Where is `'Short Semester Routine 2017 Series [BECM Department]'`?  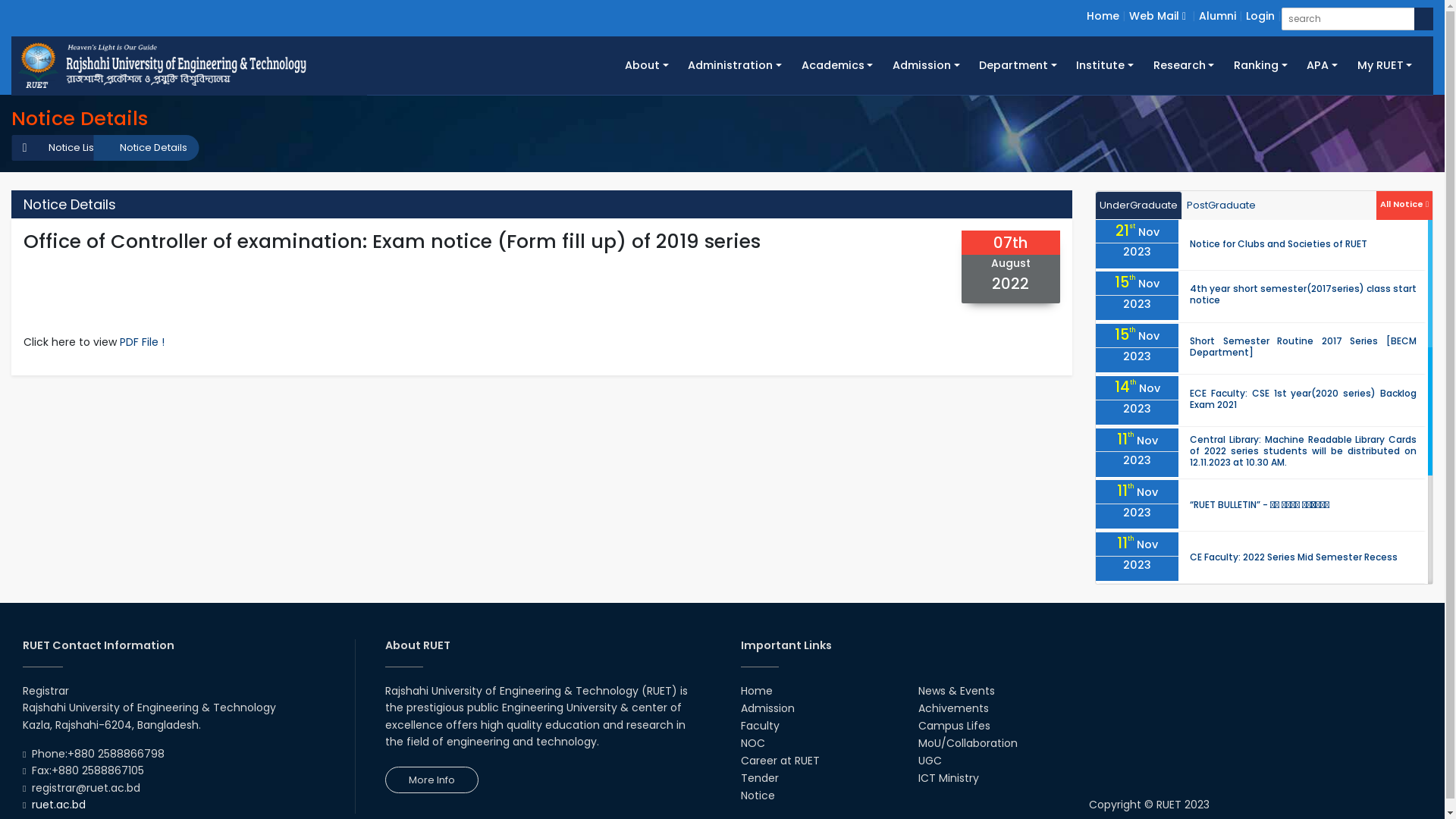 'Short Semester Routine 2017 Series [BECM Department]' is located at coordinates (1302, 346).